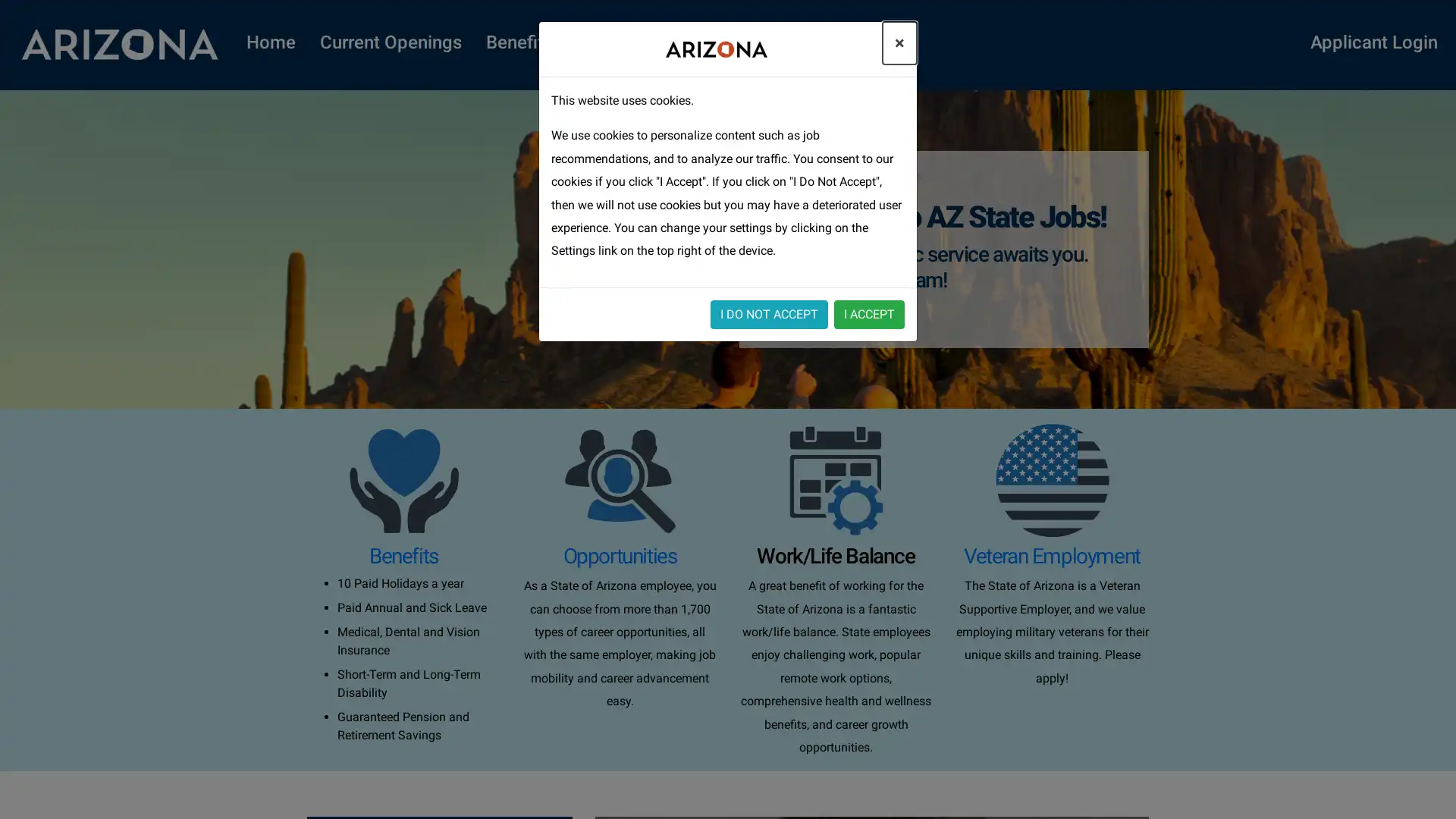 The height and width of the screenshot is (819, 1456). What do you see at coordinates (769, 312) in the screenshot?
I see `I DO NOT ACCEPT` at bounding box center [769, 312].